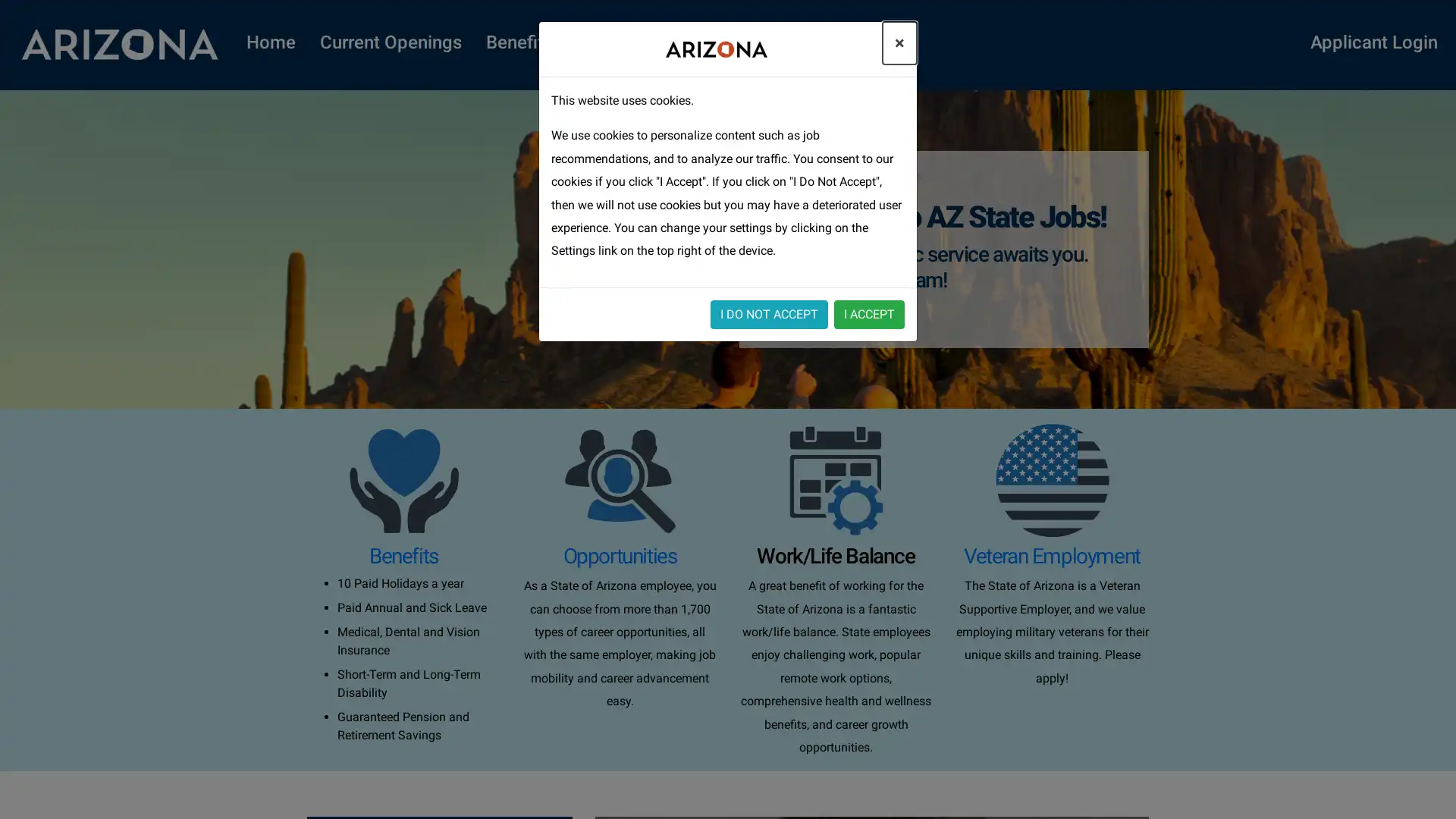 The height and width of the screenshot is (819, 1456). What do you see at coordinates (769, 312) in the screenshot?
I see `I DO NOT ACCEPT` at bounding box center [769, 312].